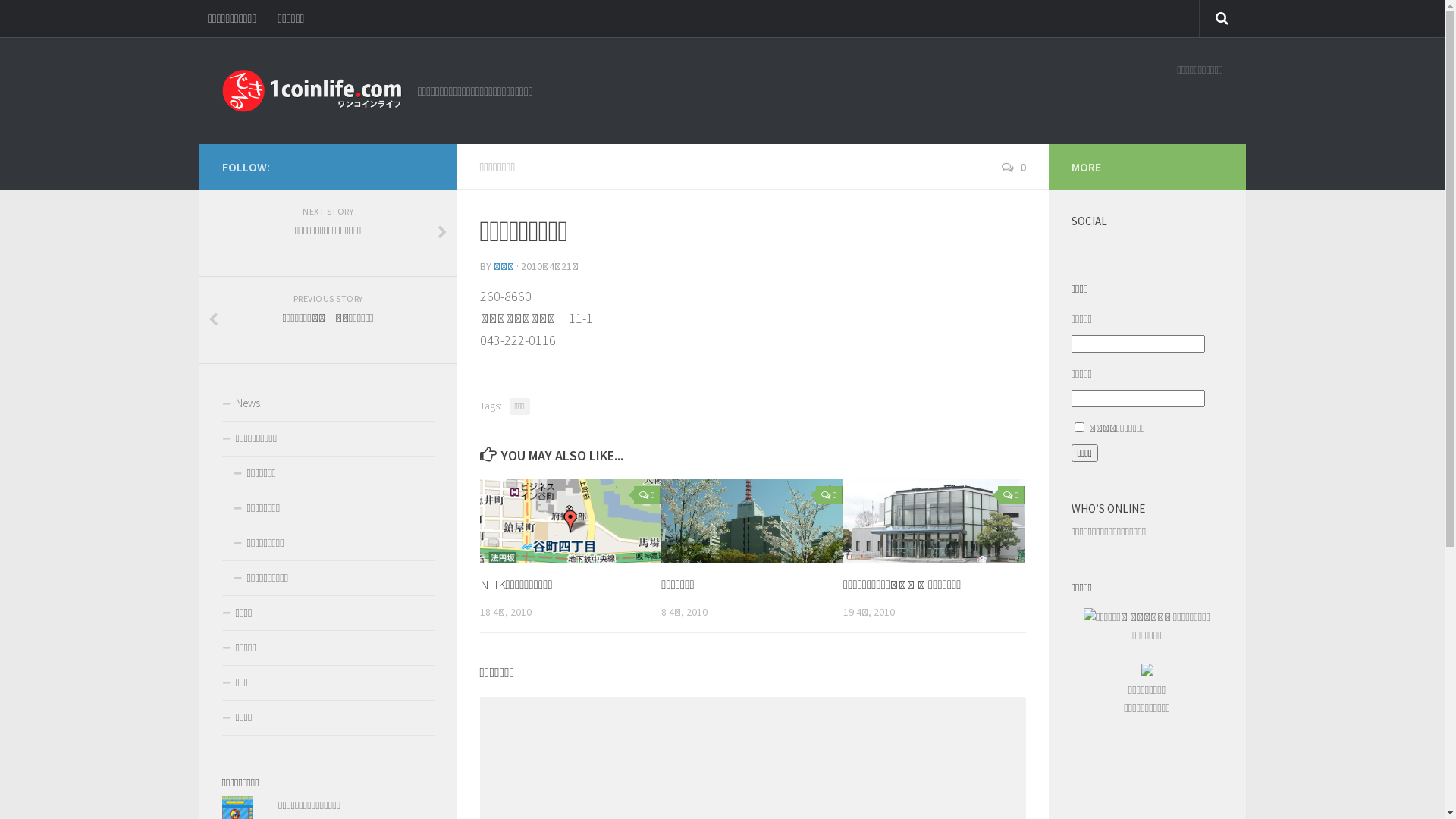 This screenshot has height=819, width=1456. What do you see at coordinates (1012, 166) in the screenshot?
I see `'0'` at bounding box center [1012, 166].